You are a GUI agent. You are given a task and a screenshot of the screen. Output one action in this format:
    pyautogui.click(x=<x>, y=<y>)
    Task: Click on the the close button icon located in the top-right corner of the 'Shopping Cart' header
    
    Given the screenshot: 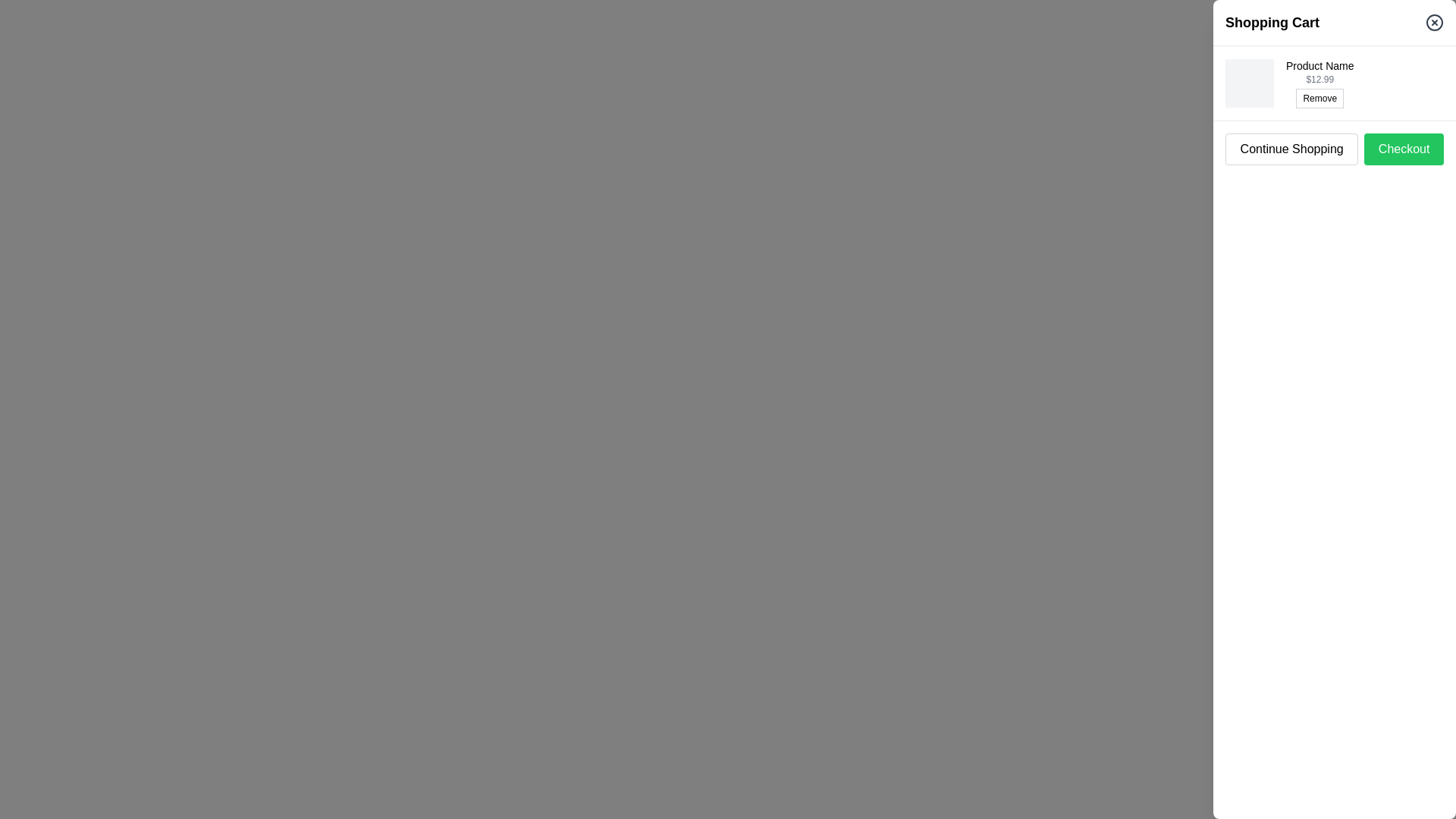 What is the action you would take?
    pyautogui.click(x=1433, y=23)
    